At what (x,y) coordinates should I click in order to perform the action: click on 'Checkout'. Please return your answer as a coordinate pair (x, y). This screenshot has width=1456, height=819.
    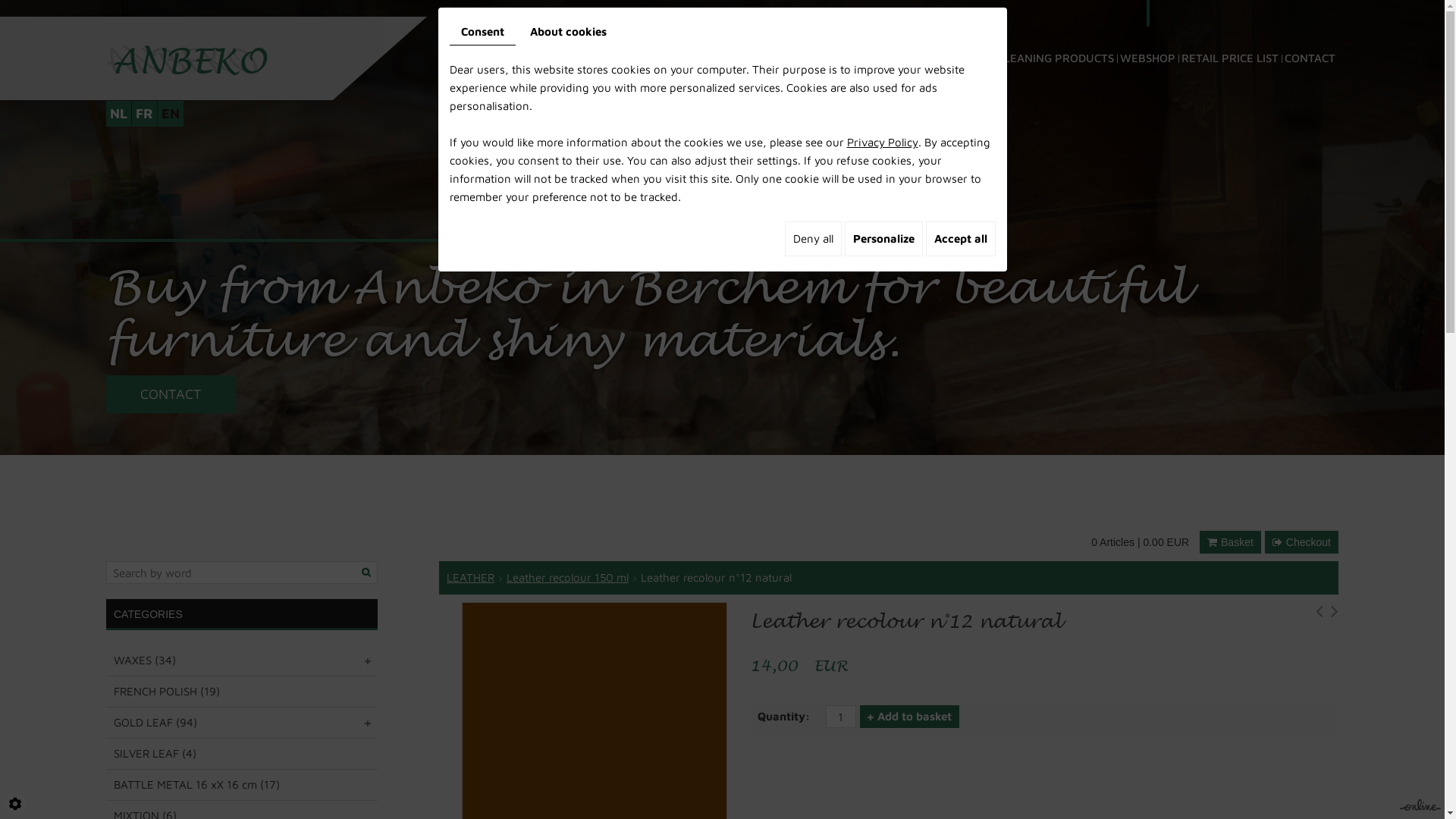
    Looking at the image, I should click on (1265, 541).